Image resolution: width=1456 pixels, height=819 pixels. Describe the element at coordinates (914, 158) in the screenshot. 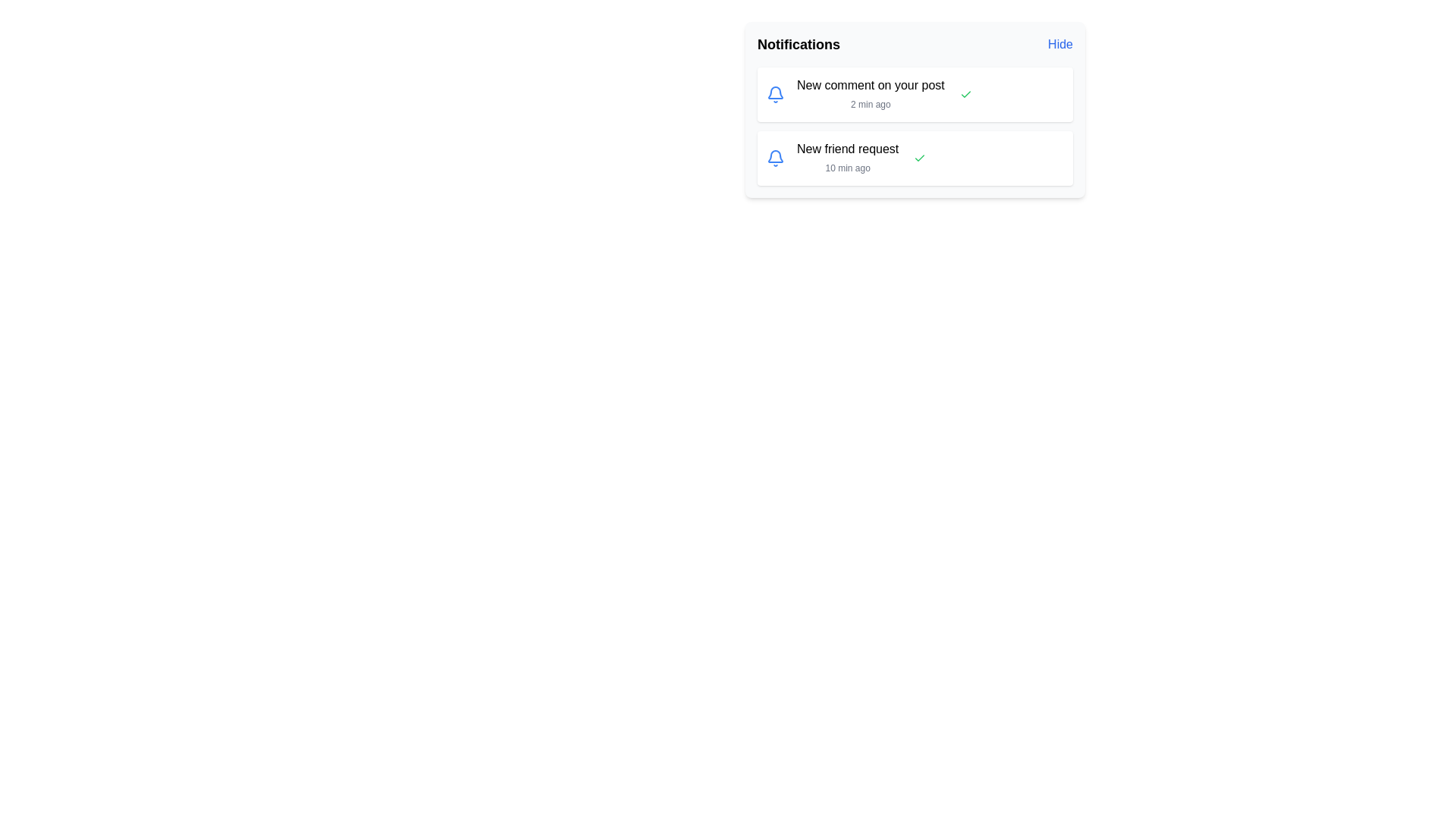

I see `the notification entry indicating a new friend request received 10 minutes ago` at that location.